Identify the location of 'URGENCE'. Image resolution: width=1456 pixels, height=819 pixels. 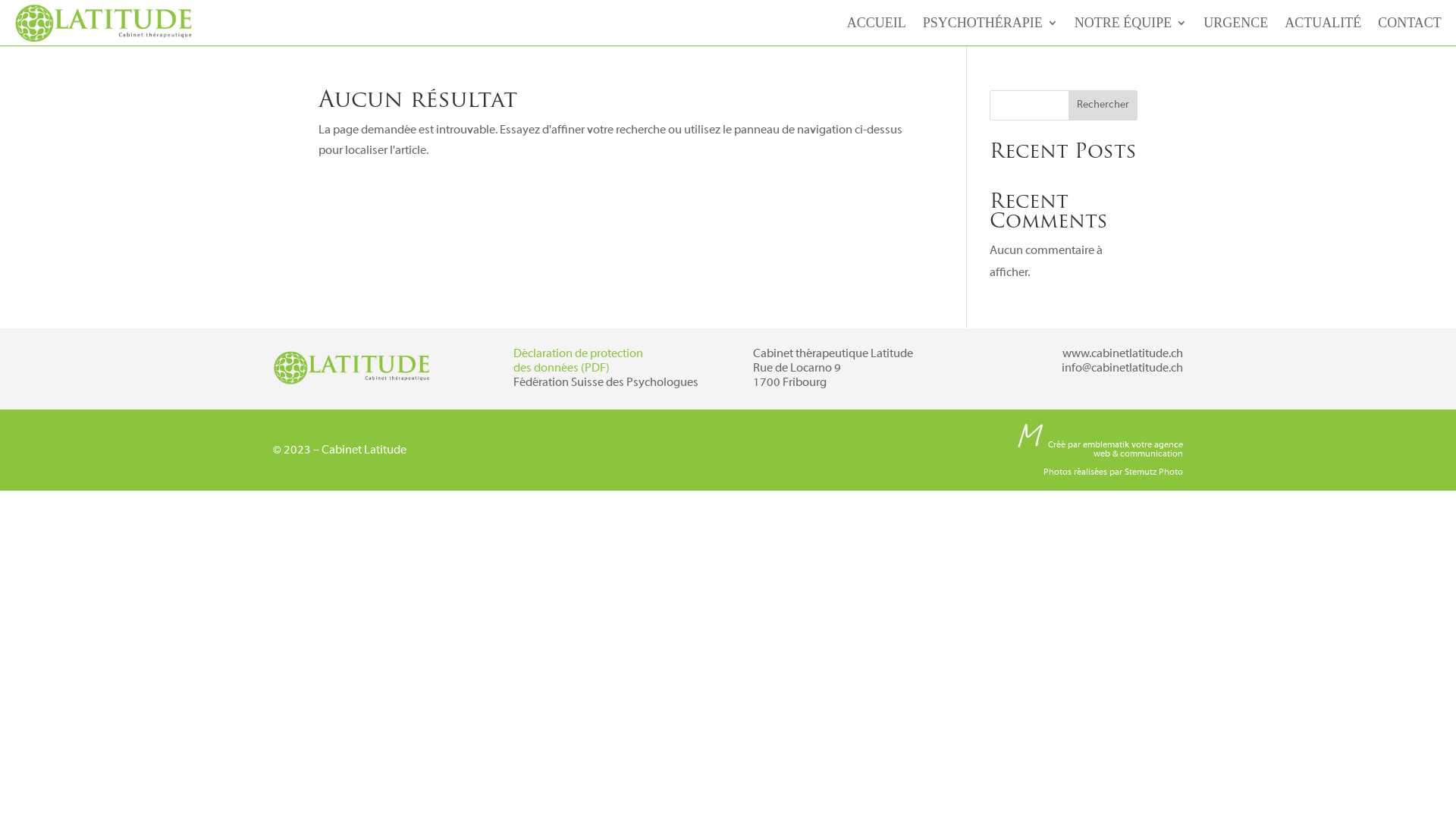
(1235, 26).